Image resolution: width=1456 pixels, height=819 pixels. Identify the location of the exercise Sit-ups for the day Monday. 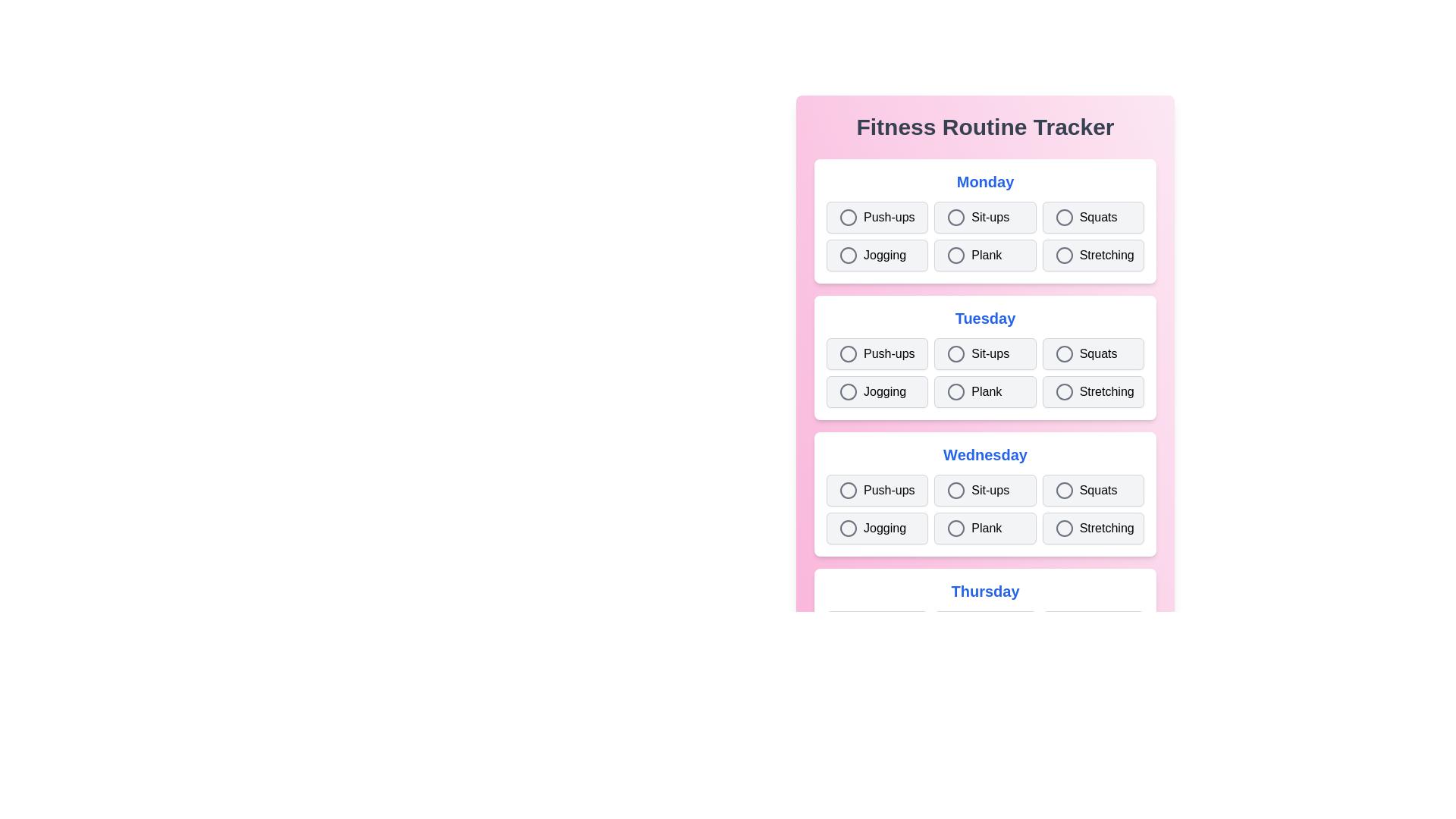
(985, 217).